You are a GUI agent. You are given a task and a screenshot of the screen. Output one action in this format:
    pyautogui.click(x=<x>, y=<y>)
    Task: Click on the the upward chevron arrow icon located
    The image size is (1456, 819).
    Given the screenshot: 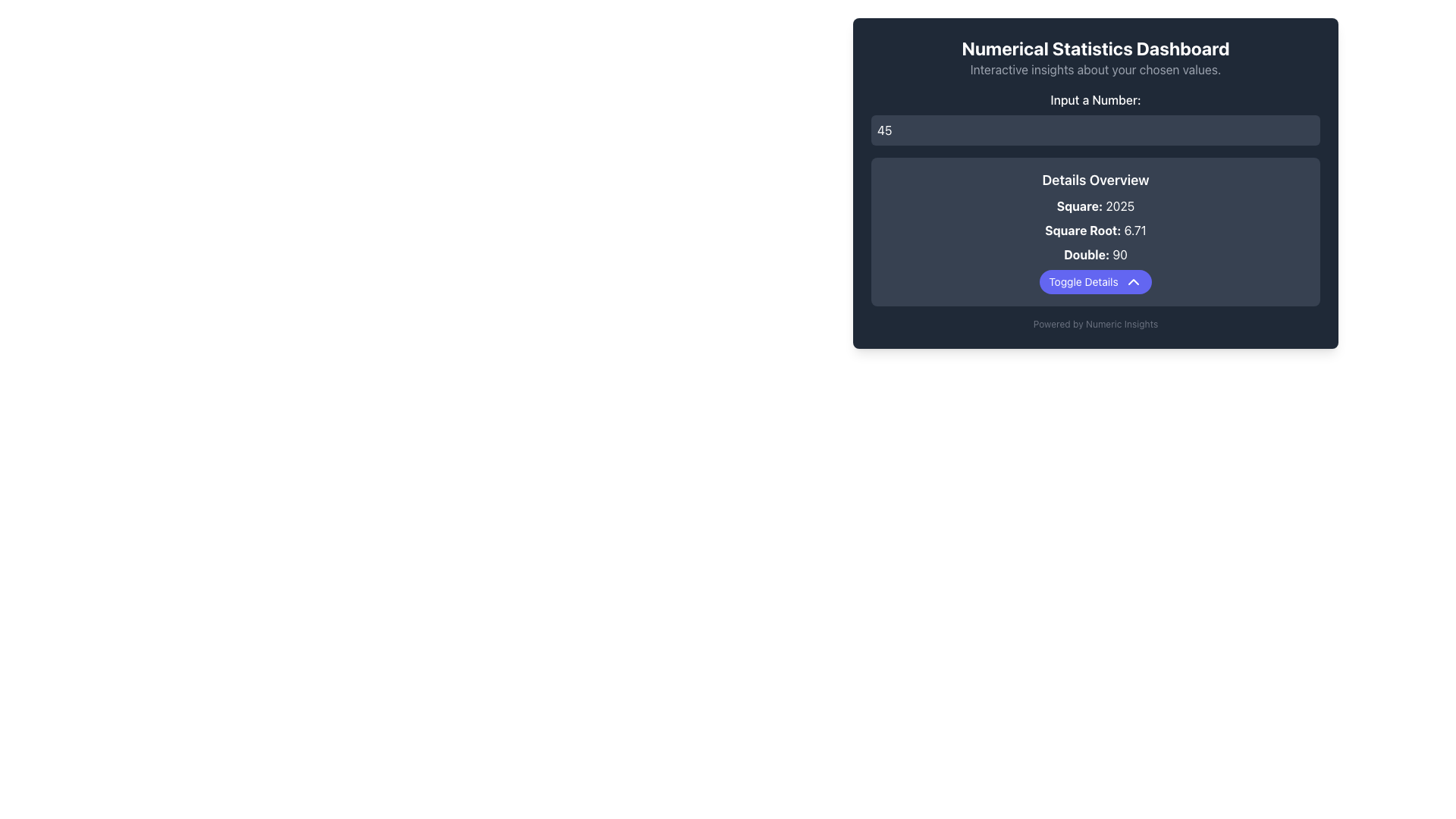 What is the action you would take?
    pyautogui.click(x=1133, y=281)
    